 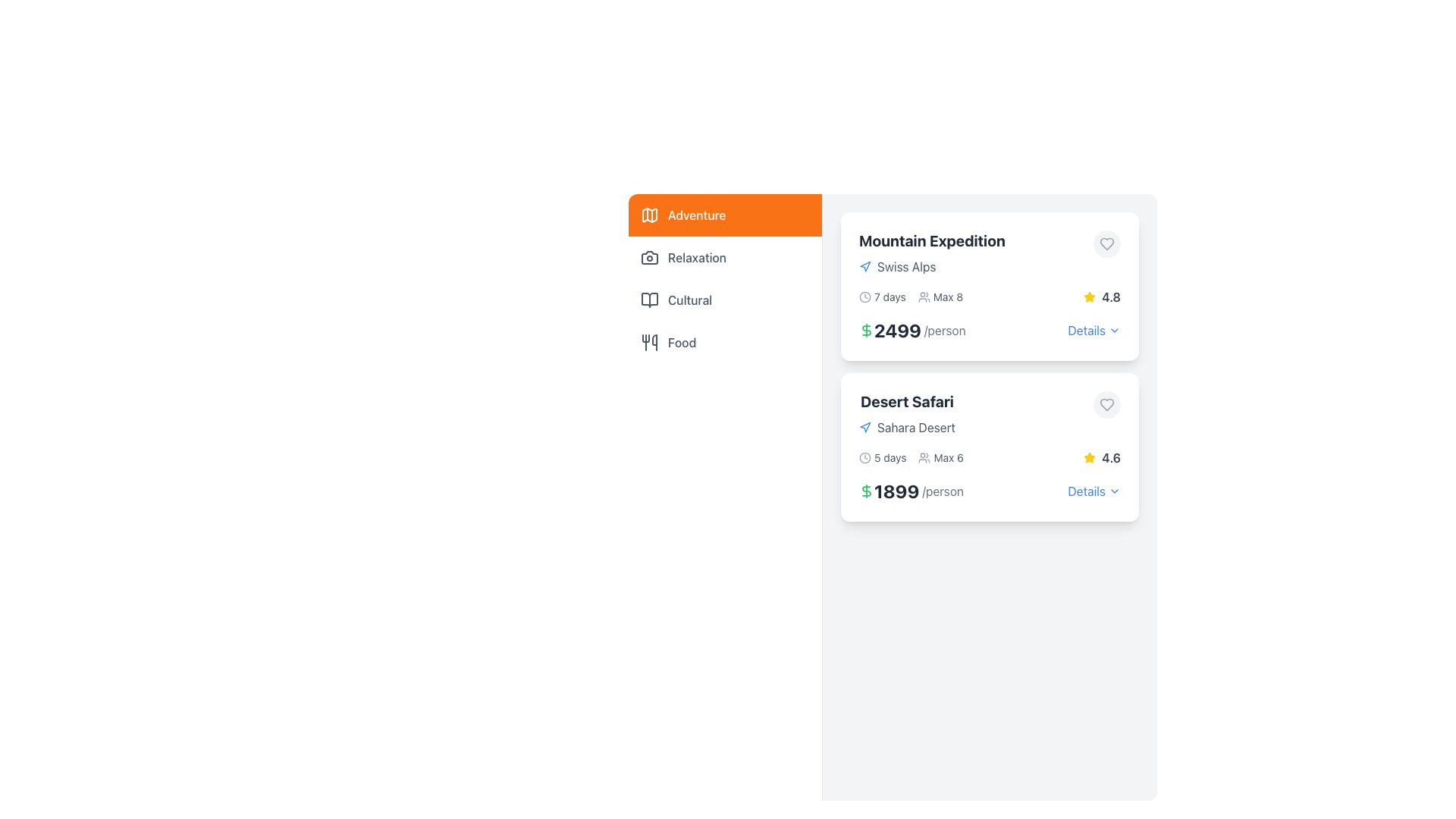 What do you see at coordinates (898, 329) in the screenshot?
I see `the Text Label displaying '2499', which is bold and large, positioned next to a green dollar sign and followed by '/person'` at bounding box center [898, 329].